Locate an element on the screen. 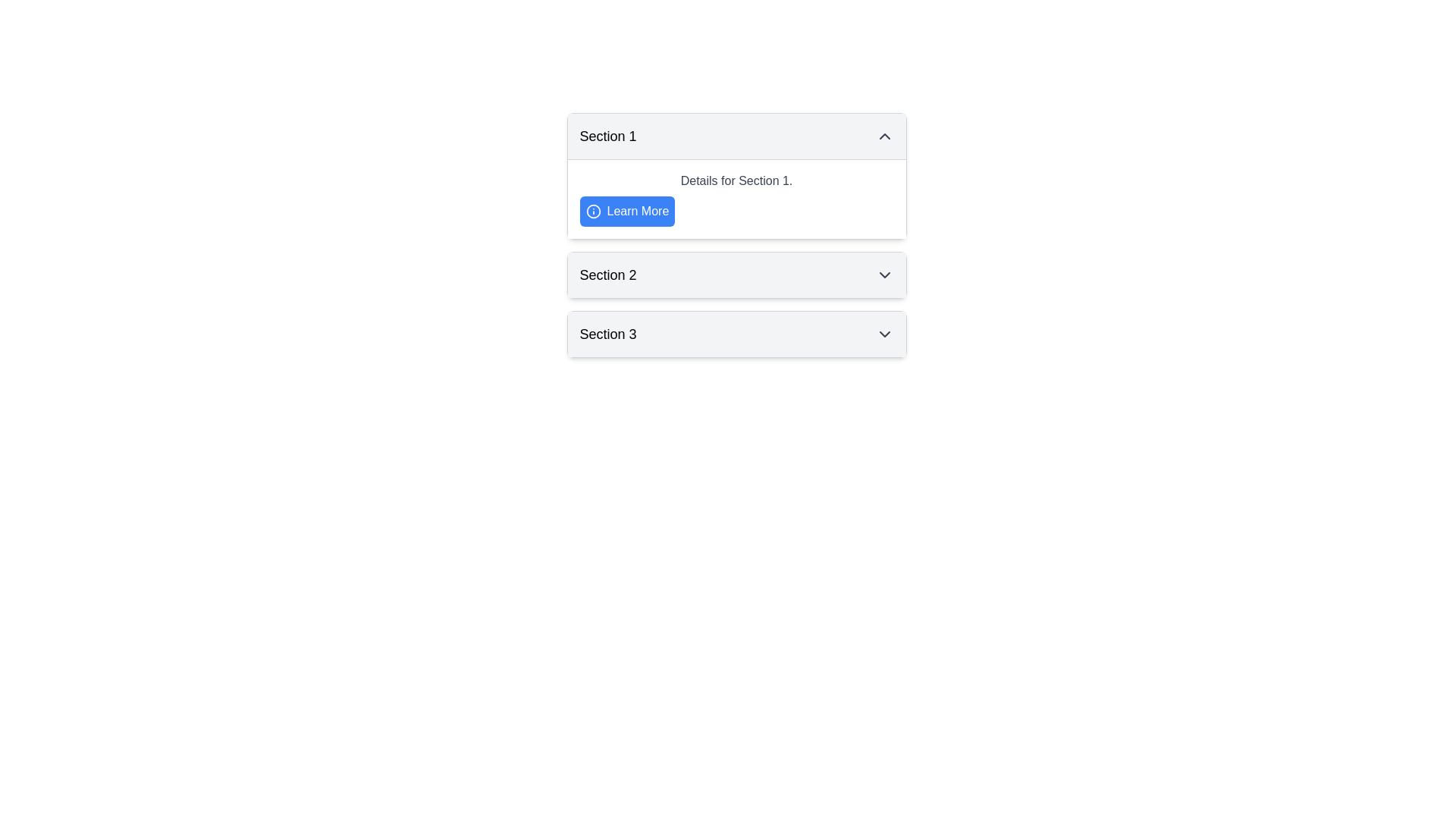 Image resolution: width=1456 pixels, height=819 pixels. the text display element that reads 'Details for Section 1.' which is styled in dark gray font against a white background, positioned beneath 'Section 1' and above the 'Learn More' button is located at coordinates (736, 180).